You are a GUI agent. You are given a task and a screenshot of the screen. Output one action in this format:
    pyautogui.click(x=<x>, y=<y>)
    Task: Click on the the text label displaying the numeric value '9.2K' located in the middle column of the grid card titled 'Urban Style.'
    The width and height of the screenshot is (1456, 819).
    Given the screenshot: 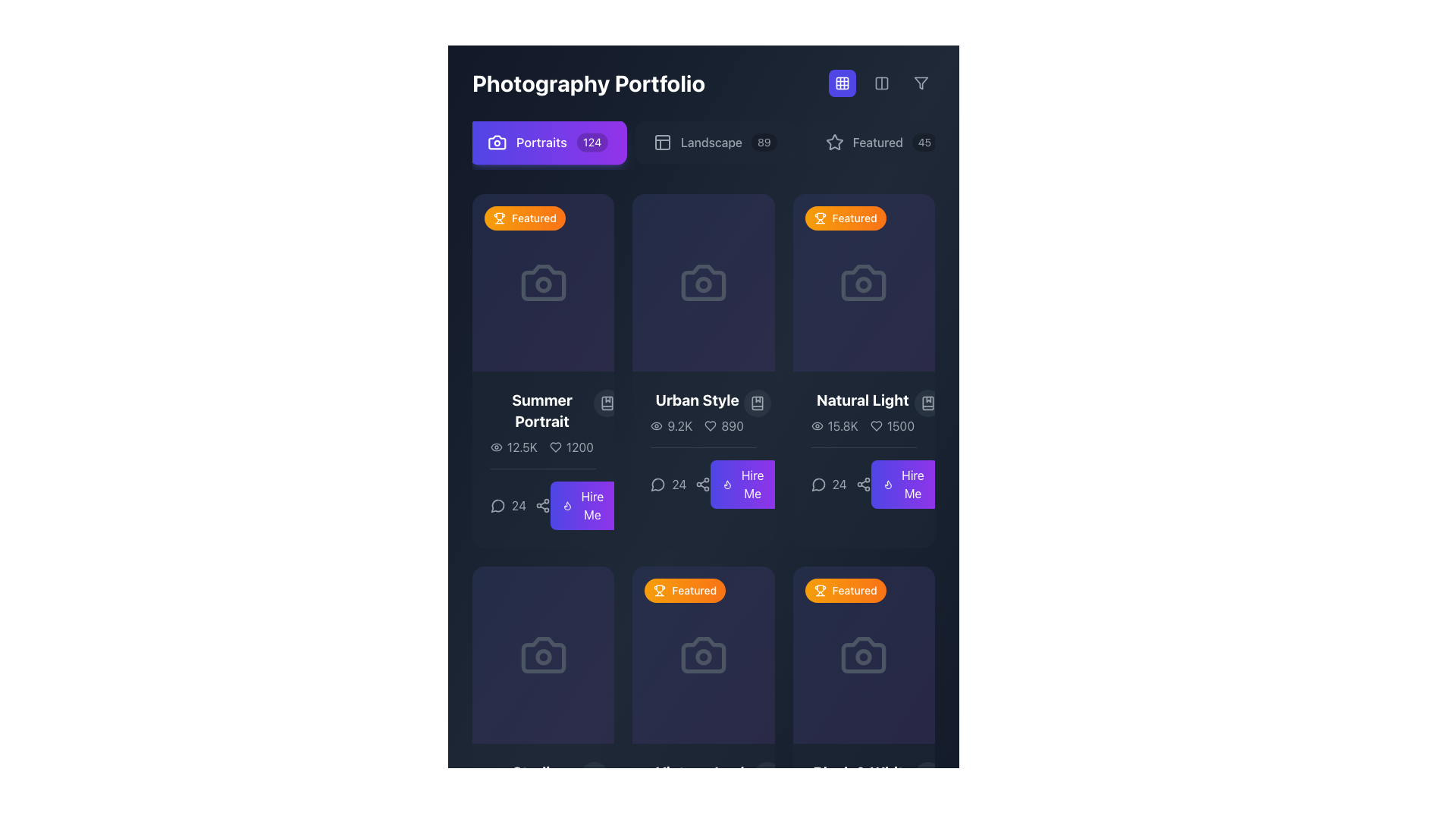 What is the action you would take?
    pyautogui.click(x=670, y=426)
    